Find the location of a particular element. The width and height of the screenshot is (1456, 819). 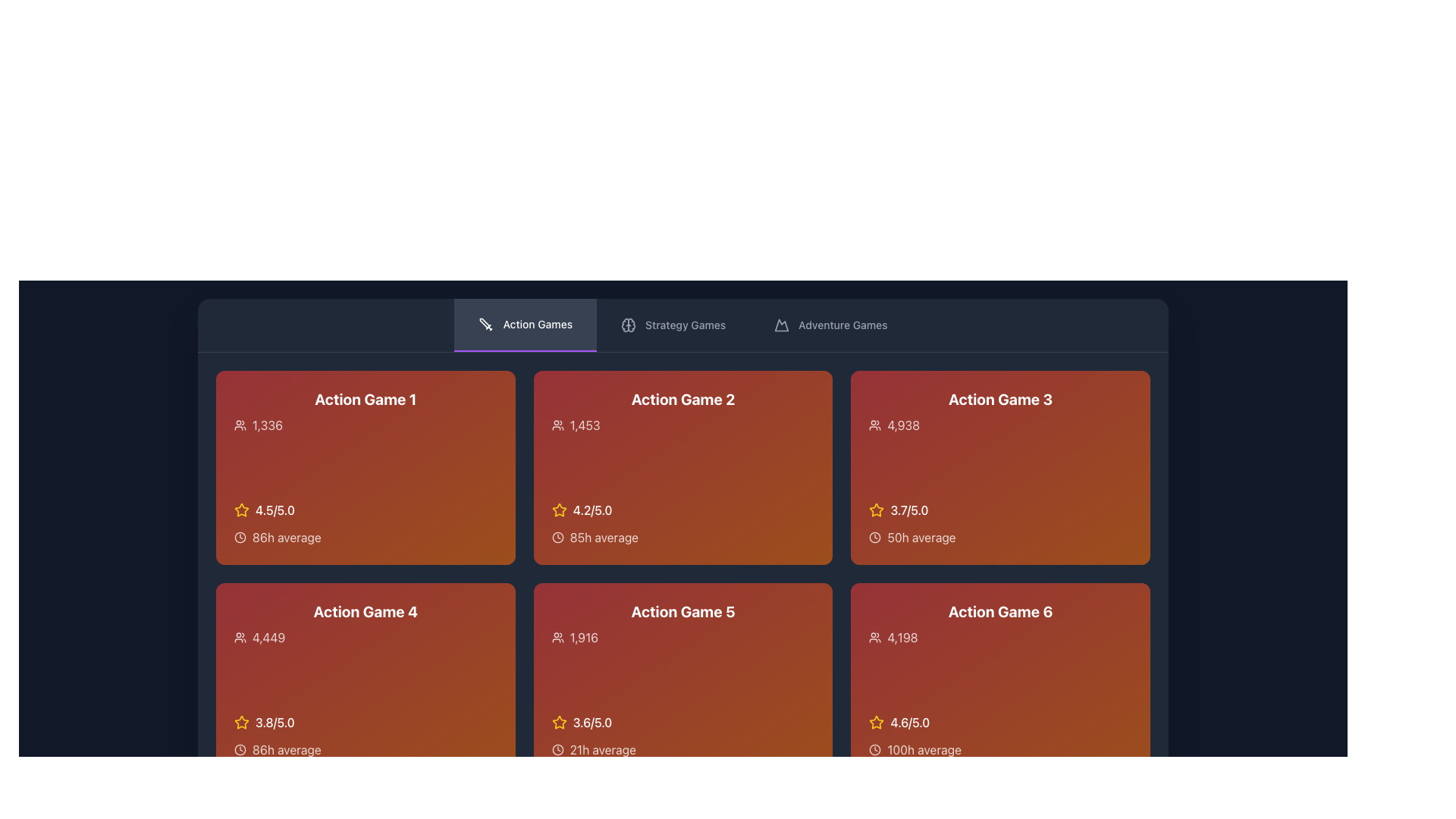

the circular outlined clock icon located to the left of the text '86h average' within the bottom portion of the game card is located at coordinates (239, 748).